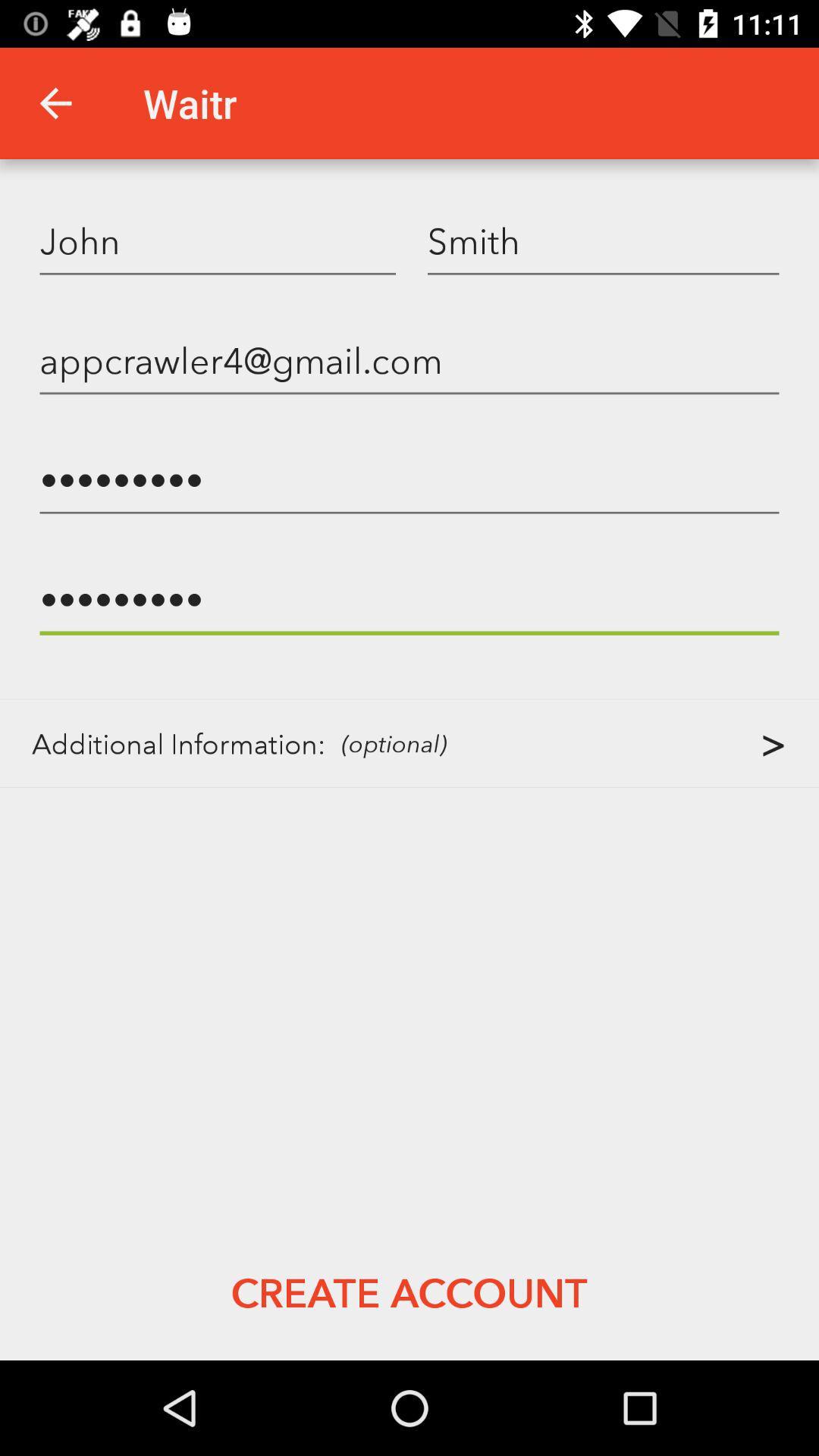  I want to click on create account item, so click(408, 1291).